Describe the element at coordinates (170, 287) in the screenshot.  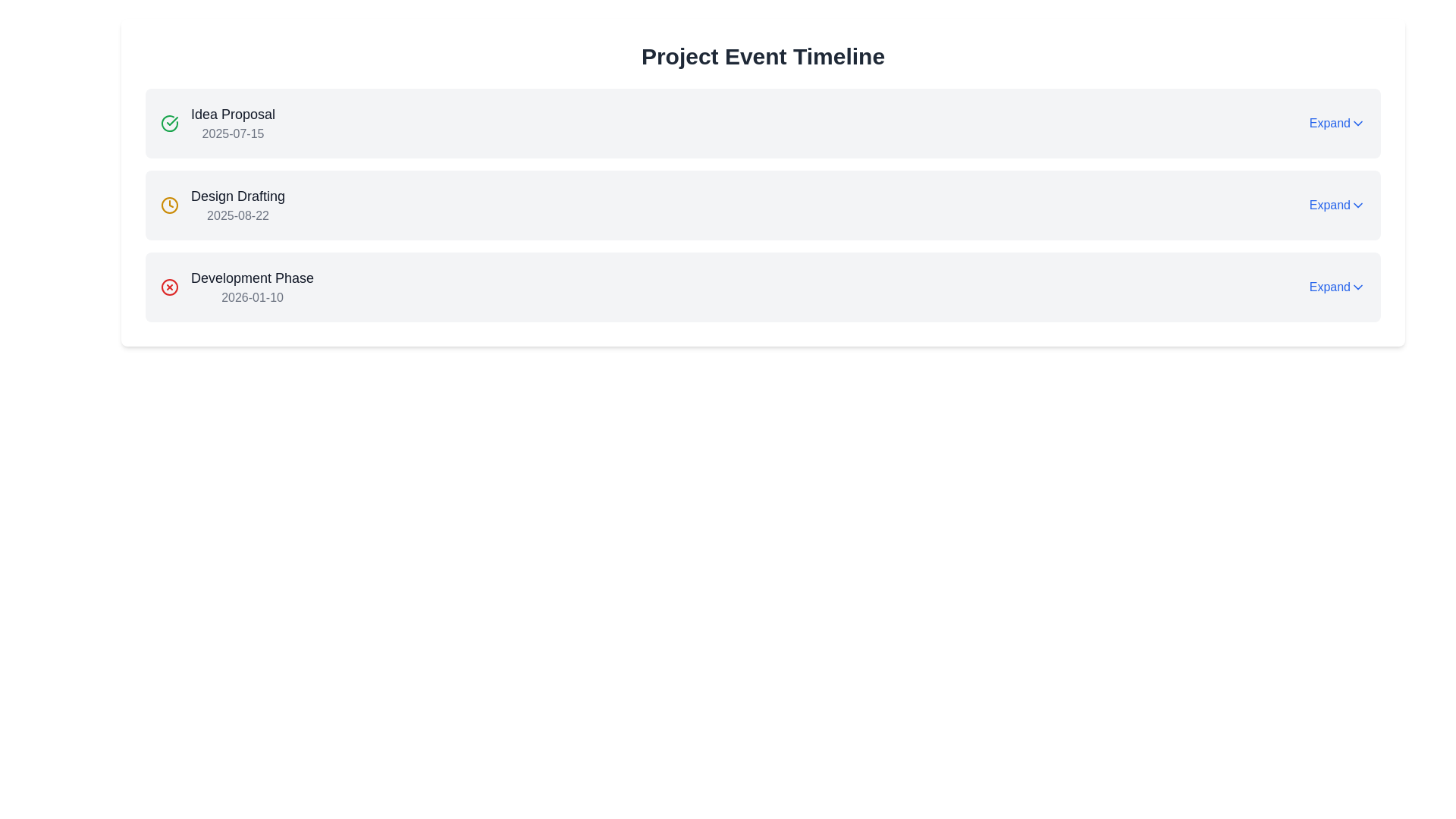
I see `the red circular icon with a white X that indicates an error, located next to the text 'Development Phase 2026-01-10' in the third row of the list` at that location.